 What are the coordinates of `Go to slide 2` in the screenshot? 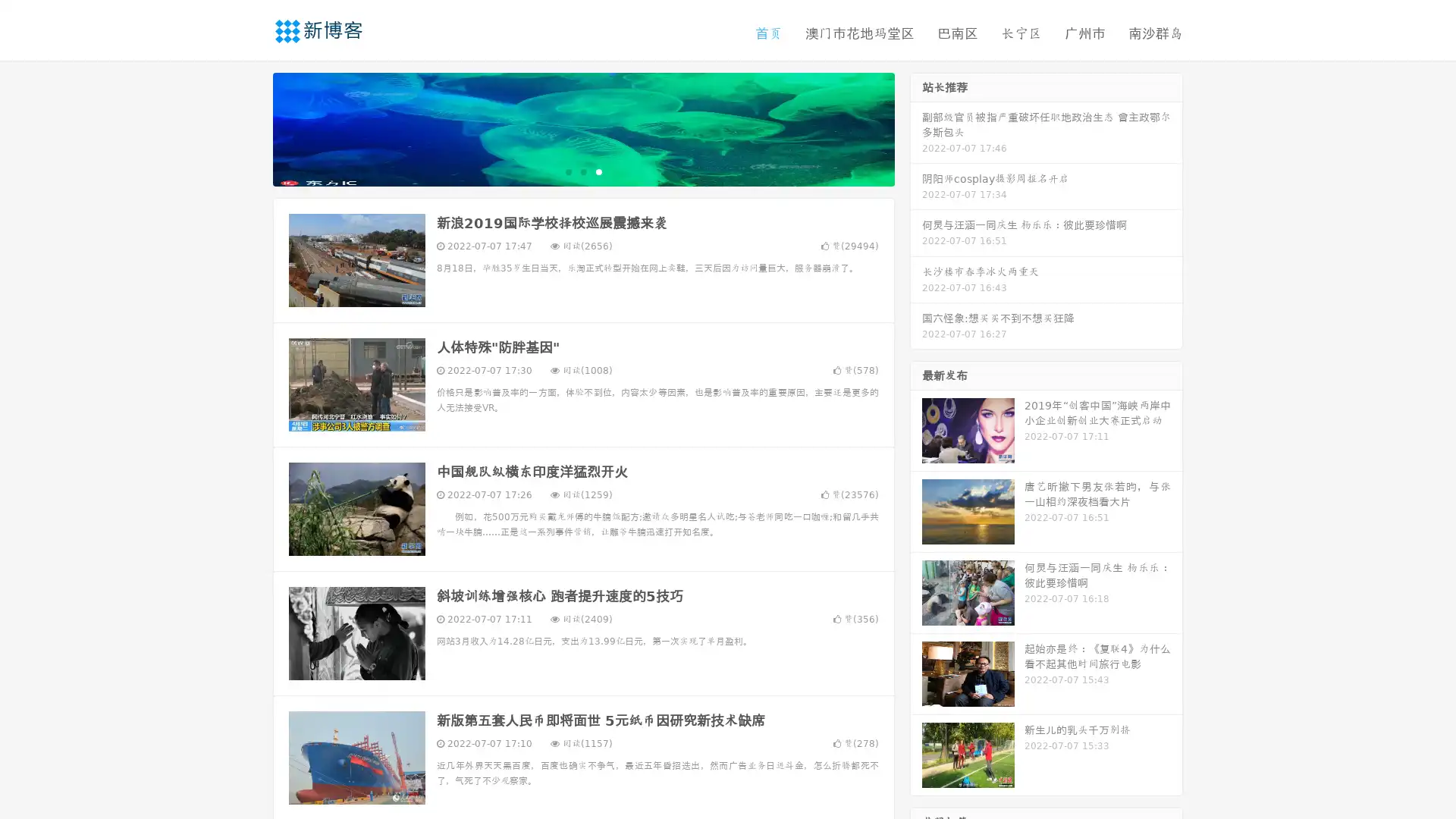 It's located at (582, 171).